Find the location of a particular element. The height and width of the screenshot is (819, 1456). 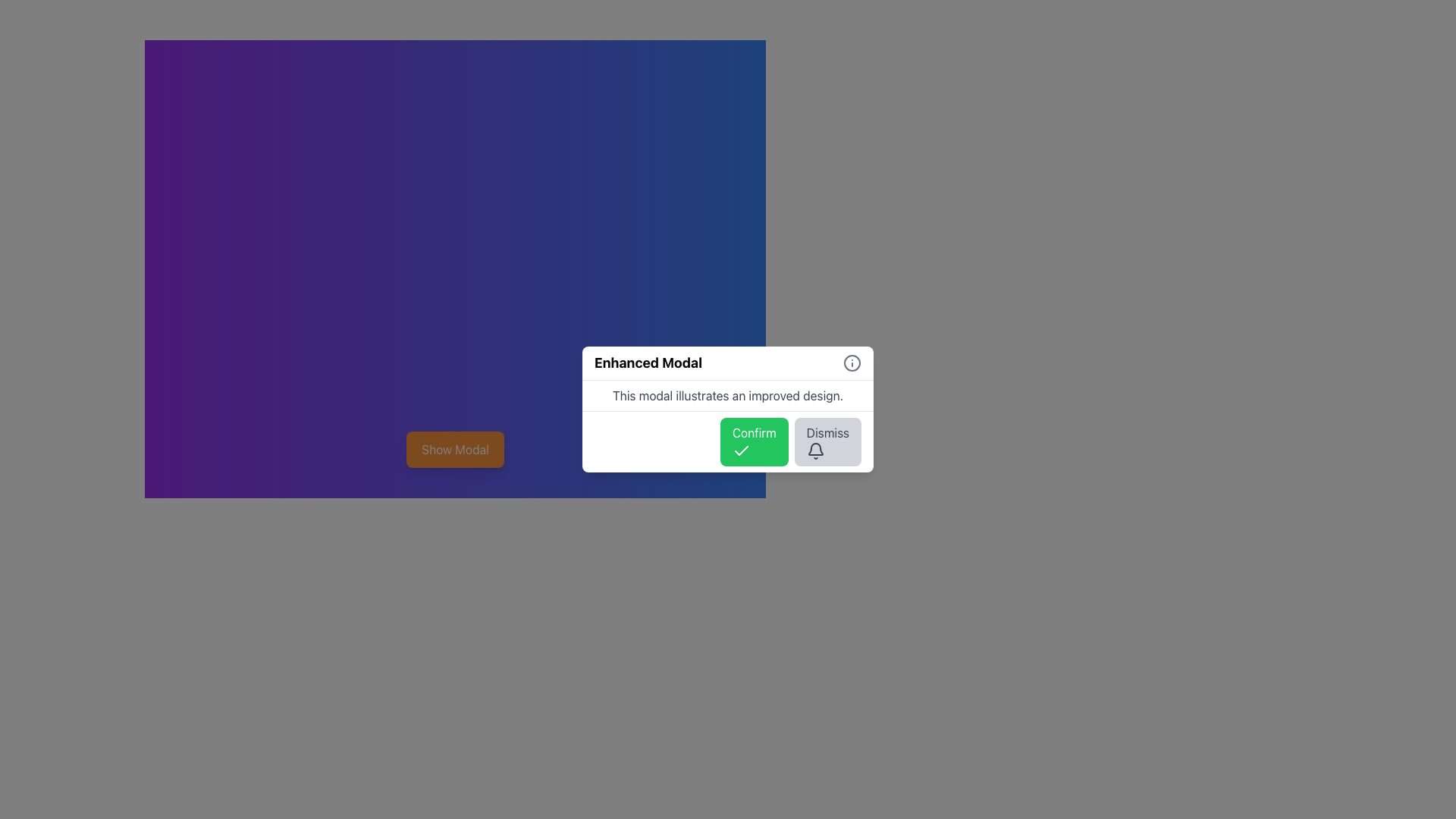

the green 'Confirm' button with a white check mark icon located in the bottom-right corner of the modal window to confirm the action is located at coordinates (728, 441).